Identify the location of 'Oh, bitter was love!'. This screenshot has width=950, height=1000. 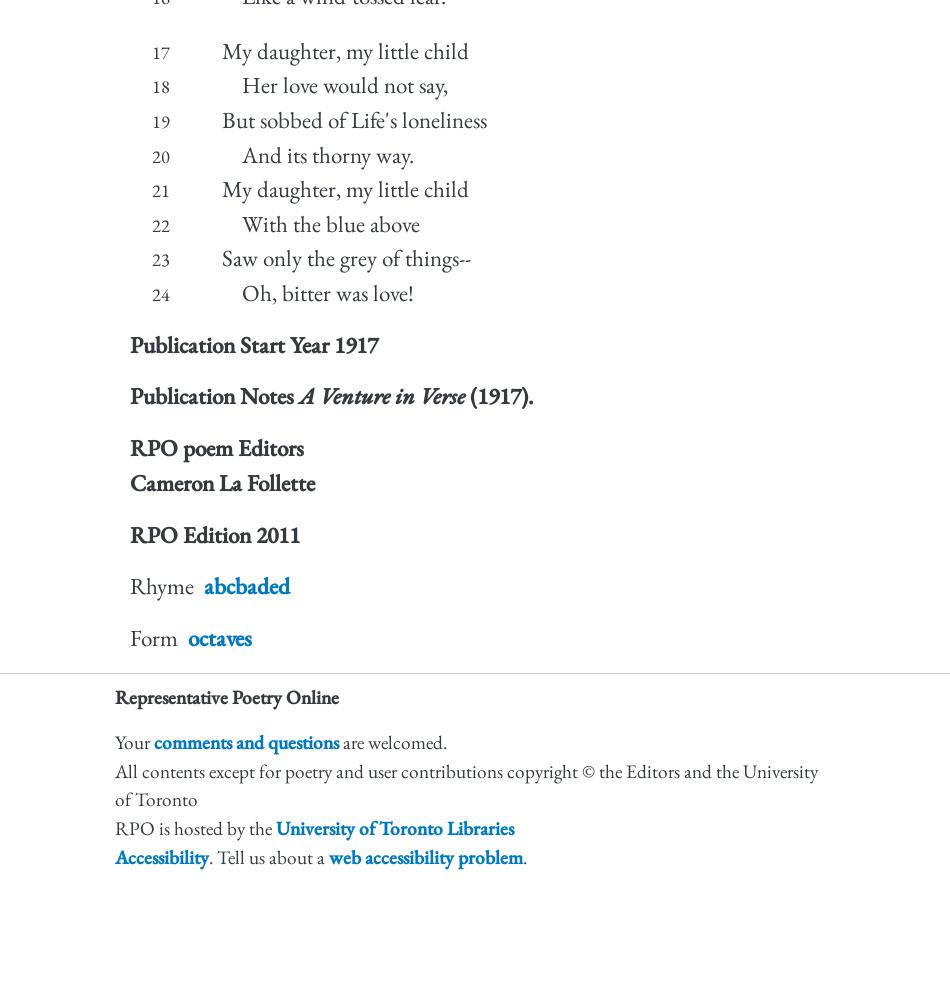
(316, 292).